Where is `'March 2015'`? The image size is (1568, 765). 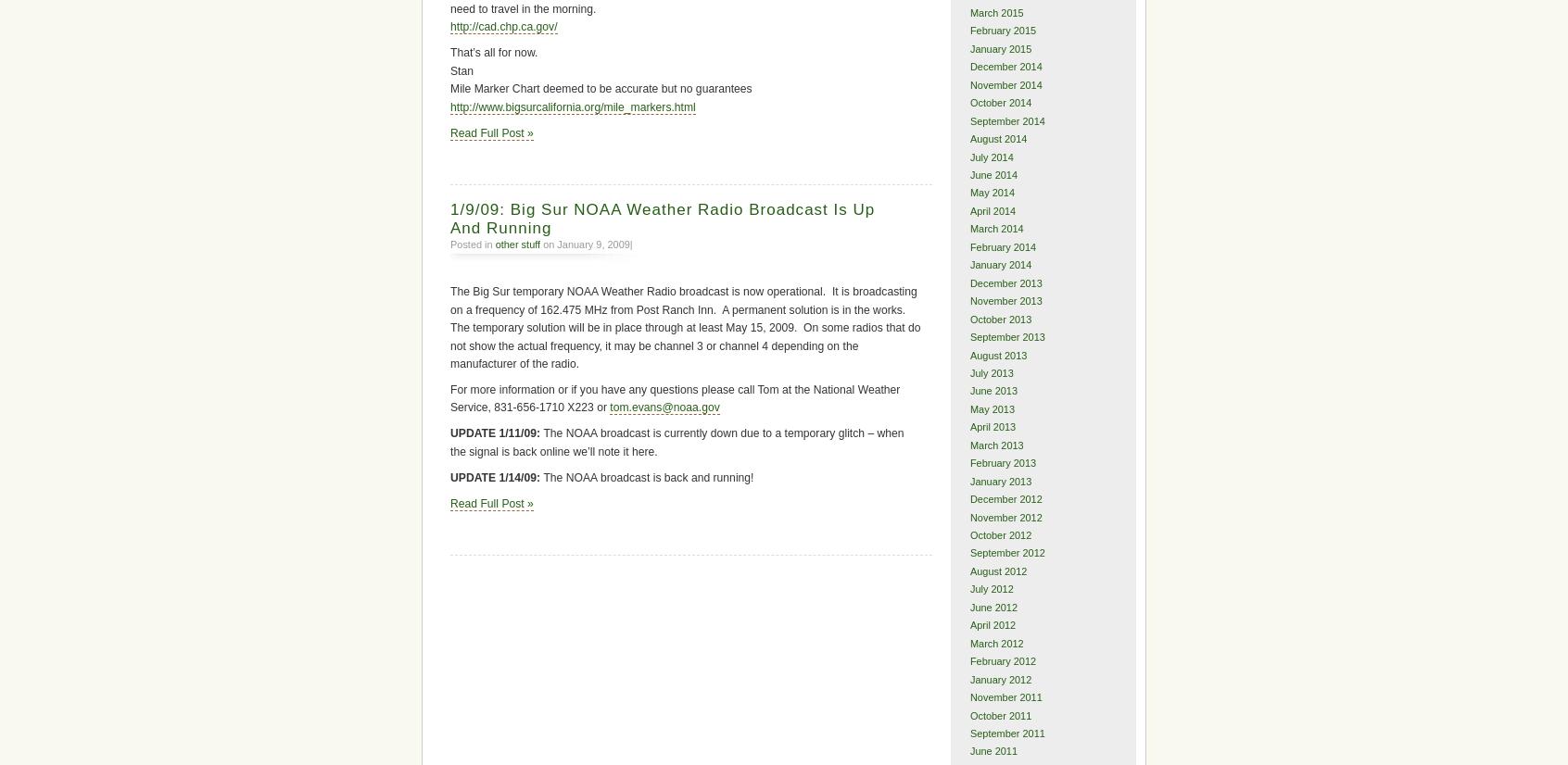
'March 2015' is located at coordinates (995, 11).